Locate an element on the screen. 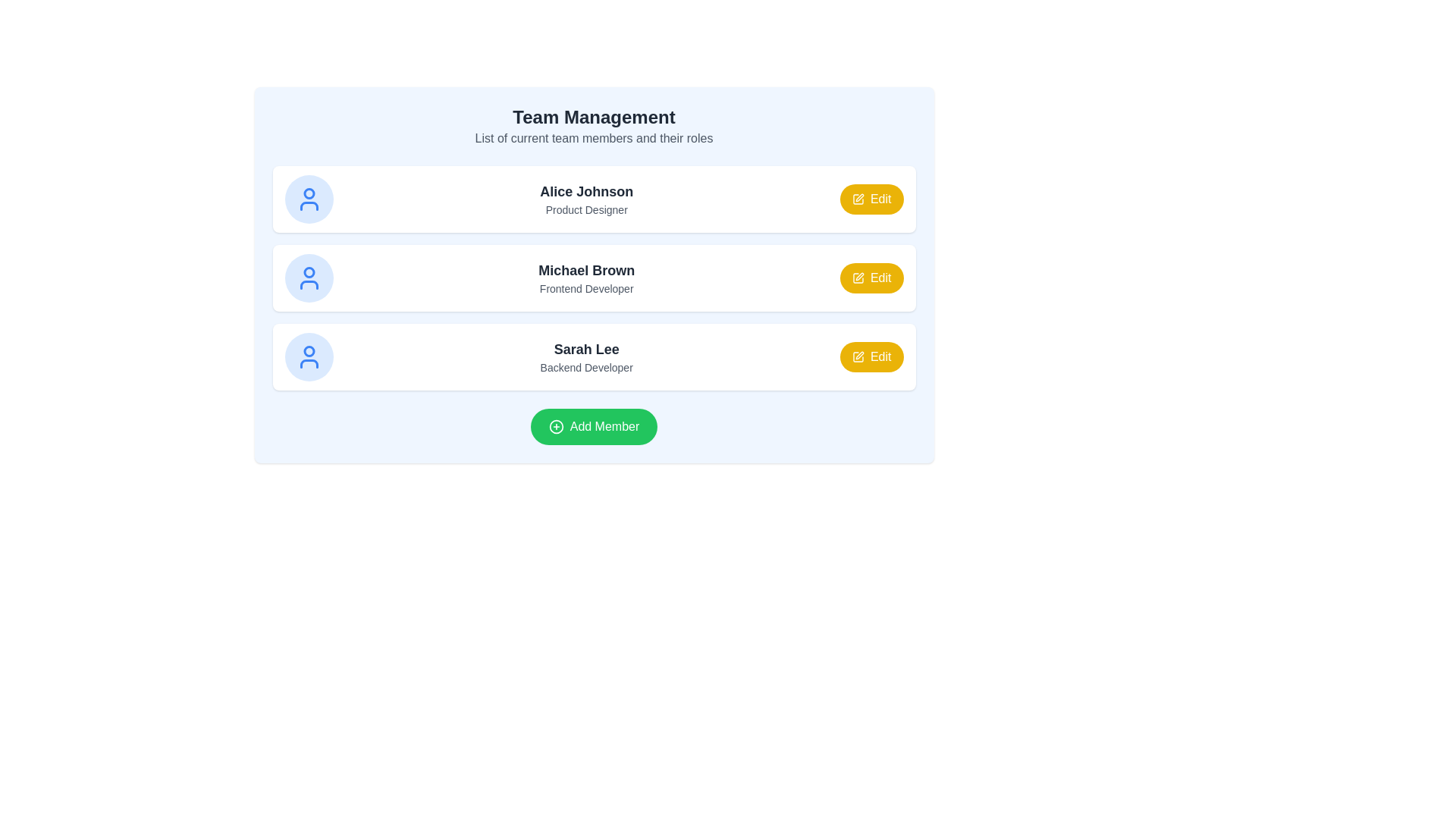  the Edit Pen Icon located in the second row next to the user entry for 'Michael Brown' to initiate the edit action is located at coordinates (859, 277).